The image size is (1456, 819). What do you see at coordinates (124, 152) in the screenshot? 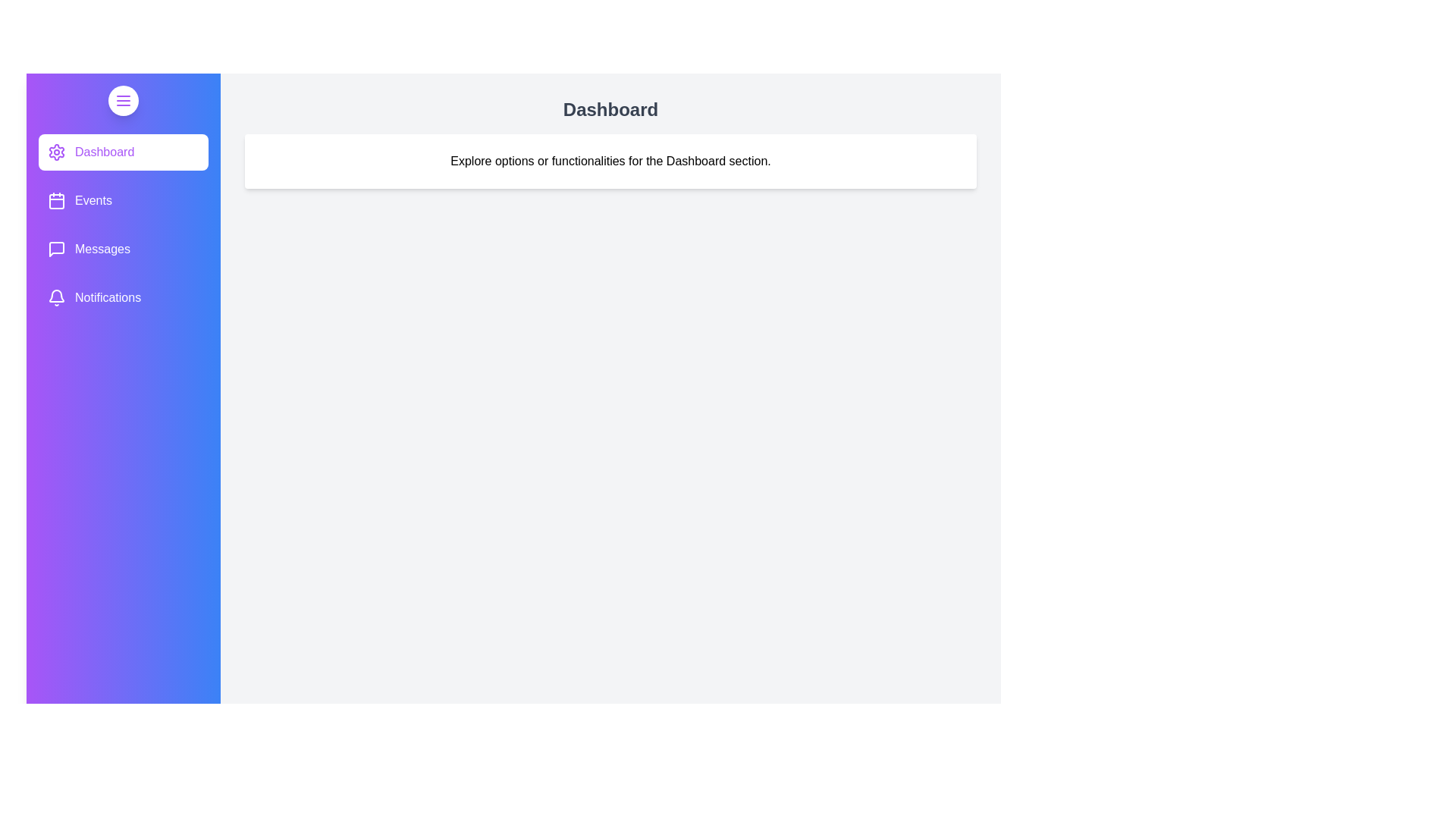
I see `the Dashboard section in the sidebar to switch the active view` at bounding box center [124, 152].